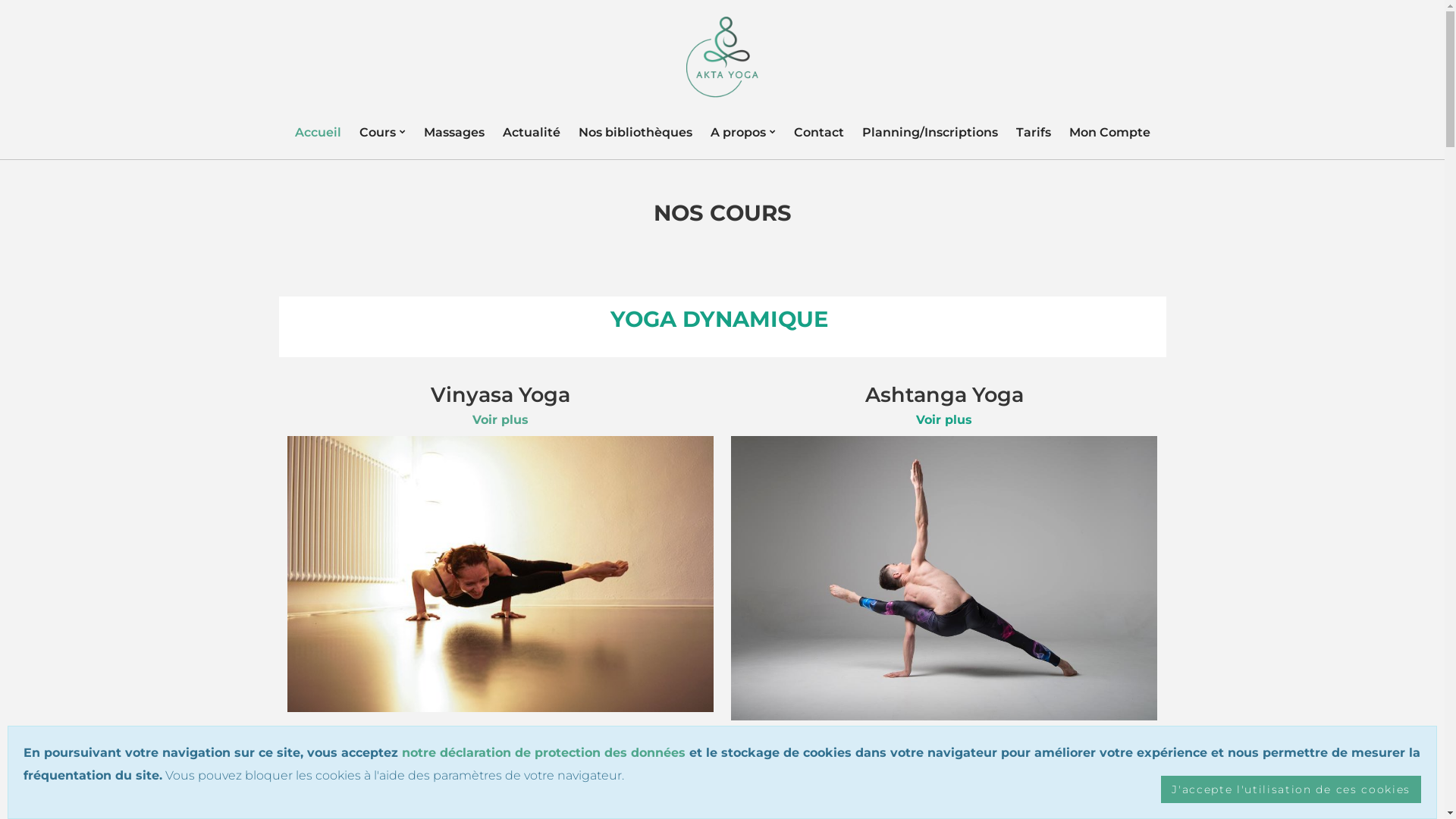  Describe the element at coordinates (382, 131) in the screenshot. I see `'Cours'` at that location.